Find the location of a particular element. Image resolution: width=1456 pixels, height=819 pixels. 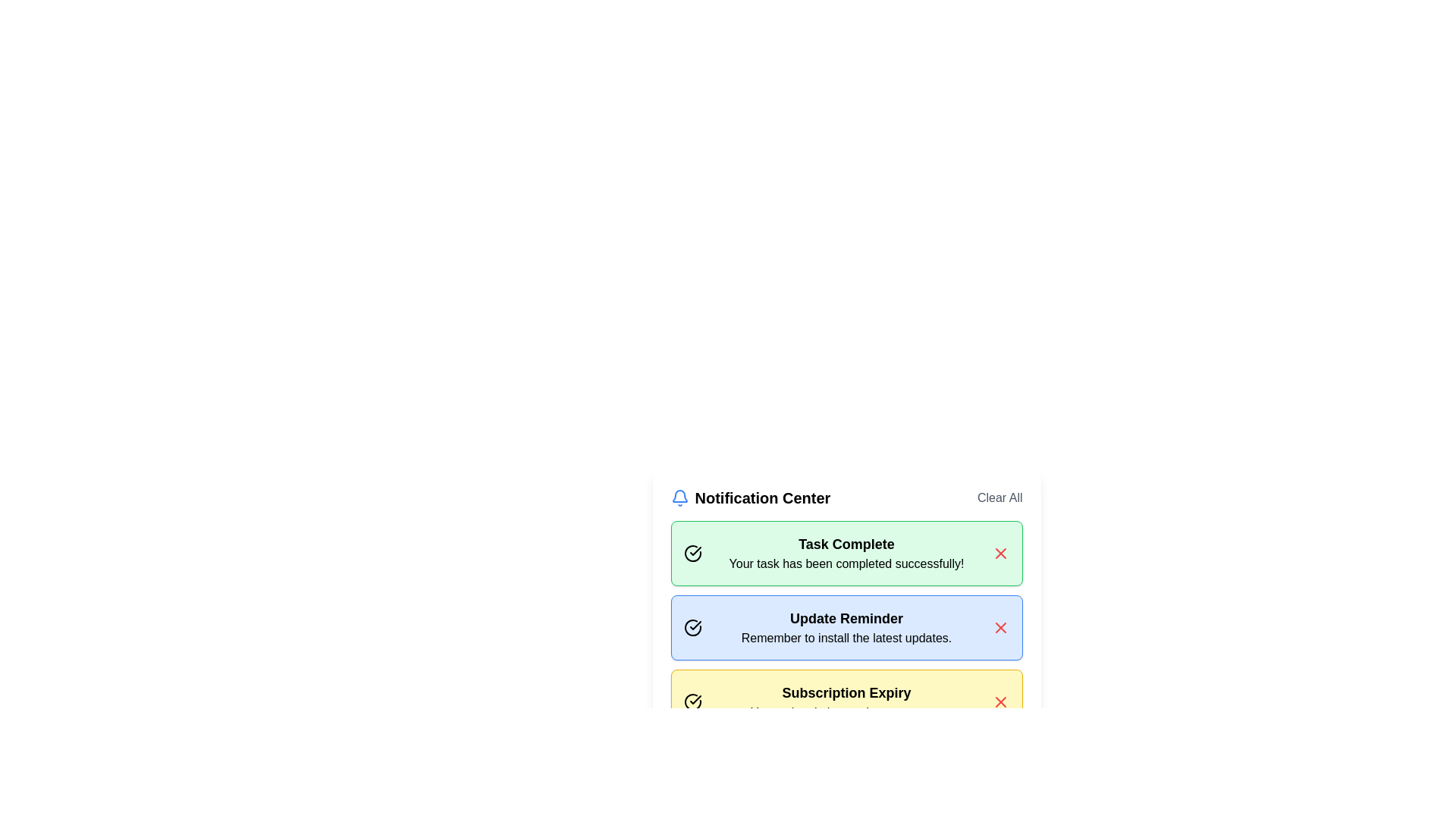

the blue bell icon located to the left of the 'Notification Center' text is located at coordinates (679, 497).